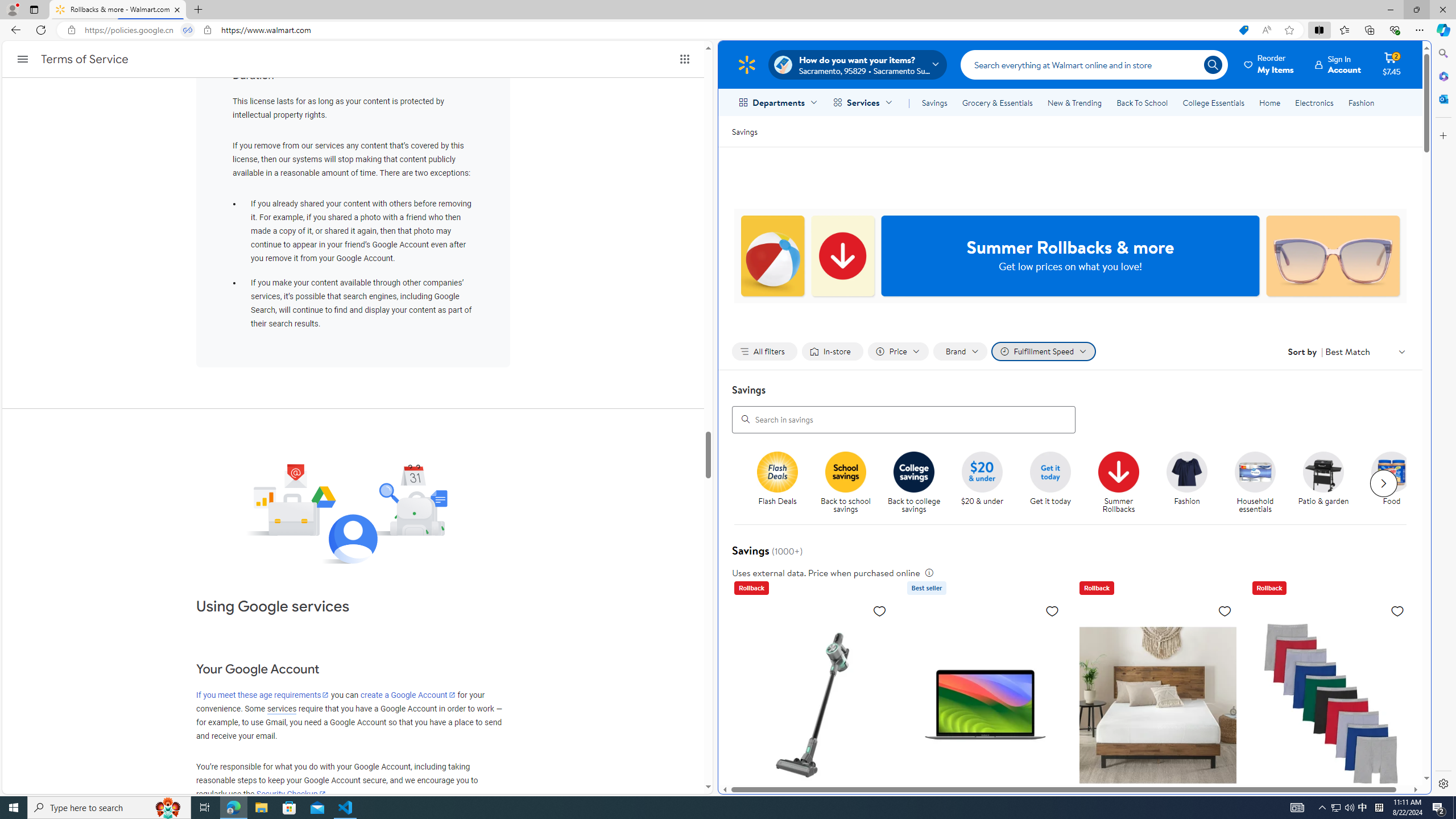  I want to click on 'Summer Rollbacks & more Get low prices on what you love!', so click(1069, 255).